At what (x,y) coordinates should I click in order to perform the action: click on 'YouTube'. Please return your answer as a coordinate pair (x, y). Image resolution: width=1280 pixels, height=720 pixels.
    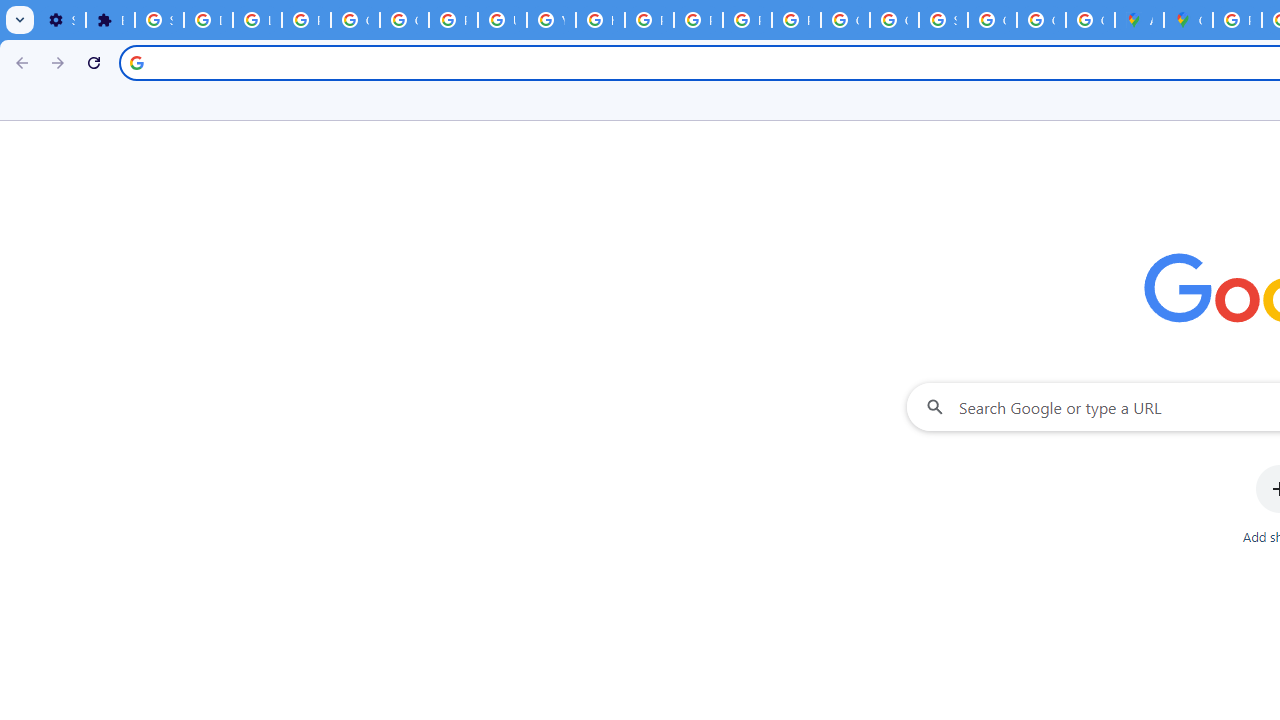
    Looking at the image, I should click on (551, 20).